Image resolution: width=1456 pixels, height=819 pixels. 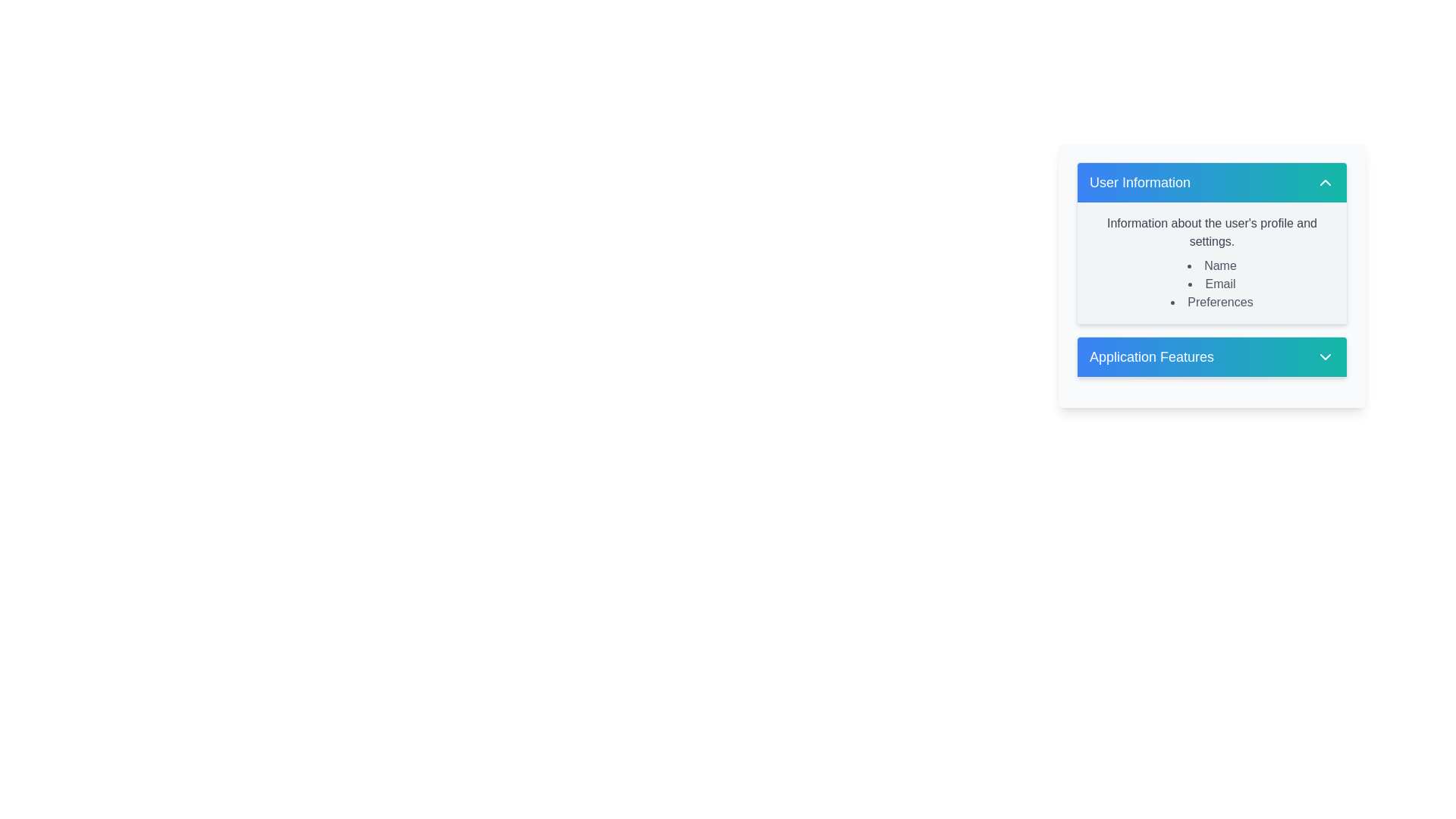 What do you see at coordinates (1140, 181) in the screenshot?
I see `the content associated with the 'User Information' label displayed in bold white font at the top of the section card header` at bounding box center [1140, 181].